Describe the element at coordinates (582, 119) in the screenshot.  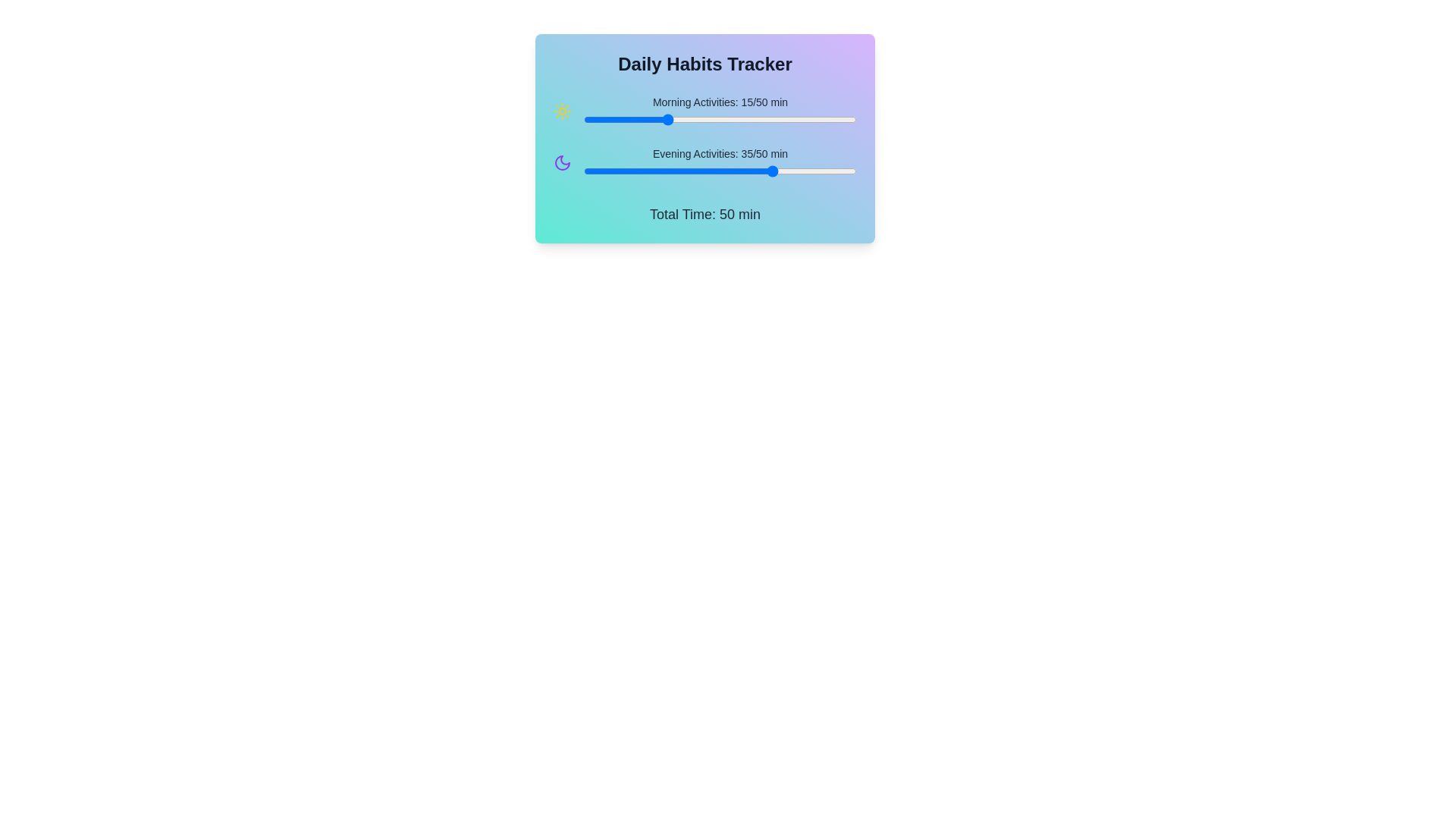
I see `the morning activities slider` at that location.